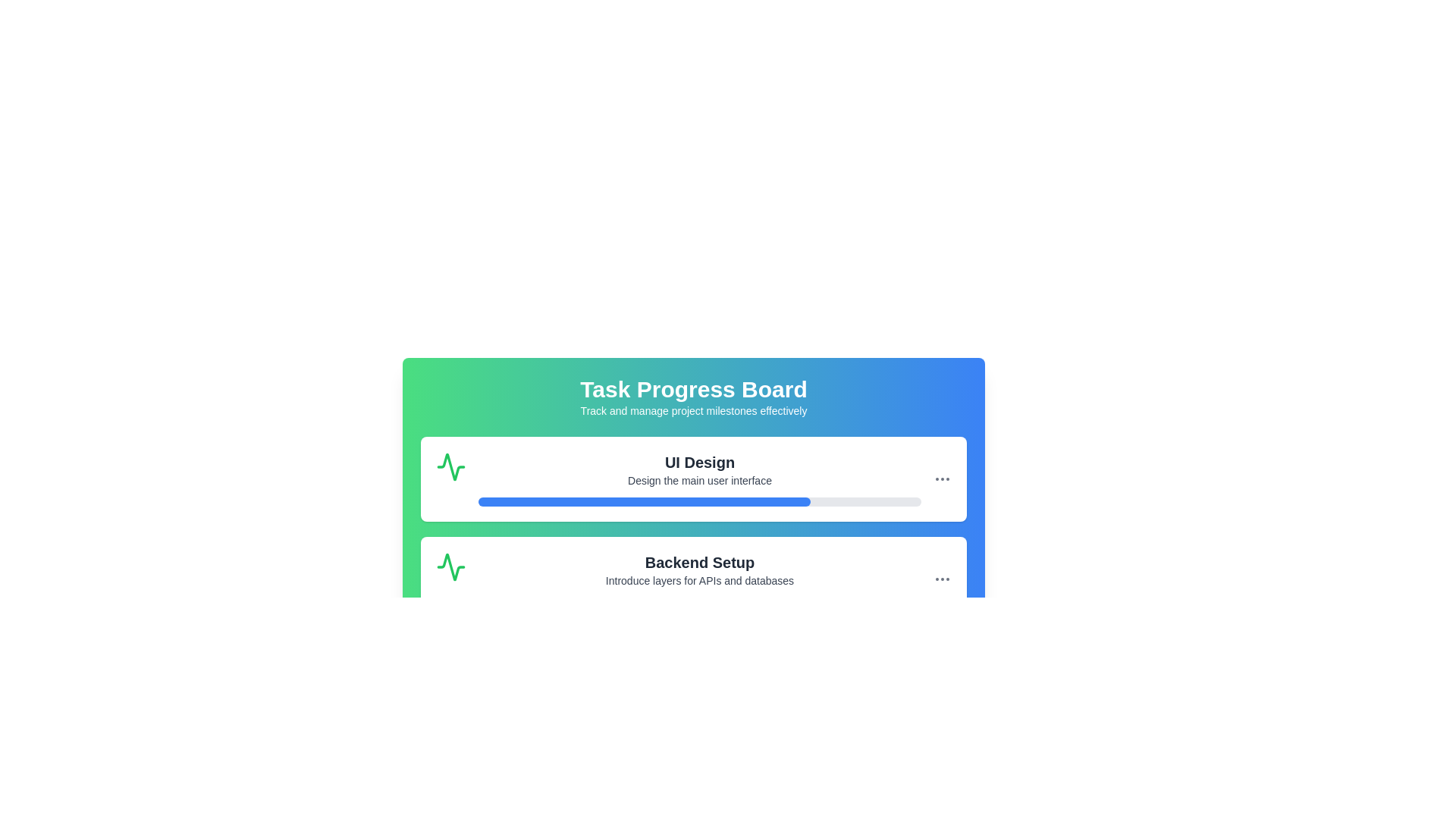 The width and height of the screenshot is (1456, 819). Describe the element at coordinates (450, 466) in the screenshot. I see `the green waveform icon with a sharp peak, located within the task card for 'UI Design' at the far left of its bar section` at that location.